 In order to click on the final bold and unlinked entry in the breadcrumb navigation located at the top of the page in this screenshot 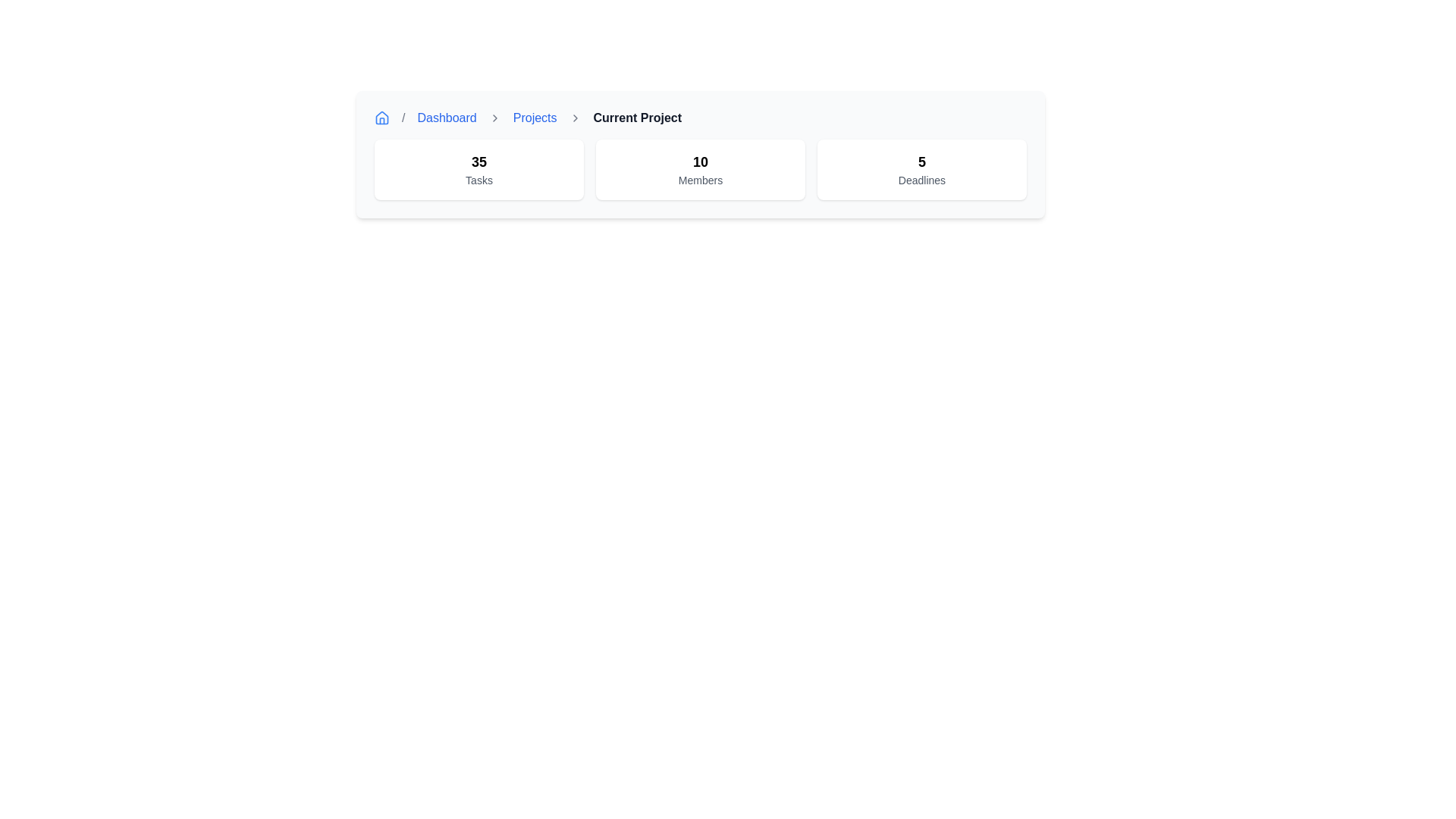, I will do `click(637, 117)`.